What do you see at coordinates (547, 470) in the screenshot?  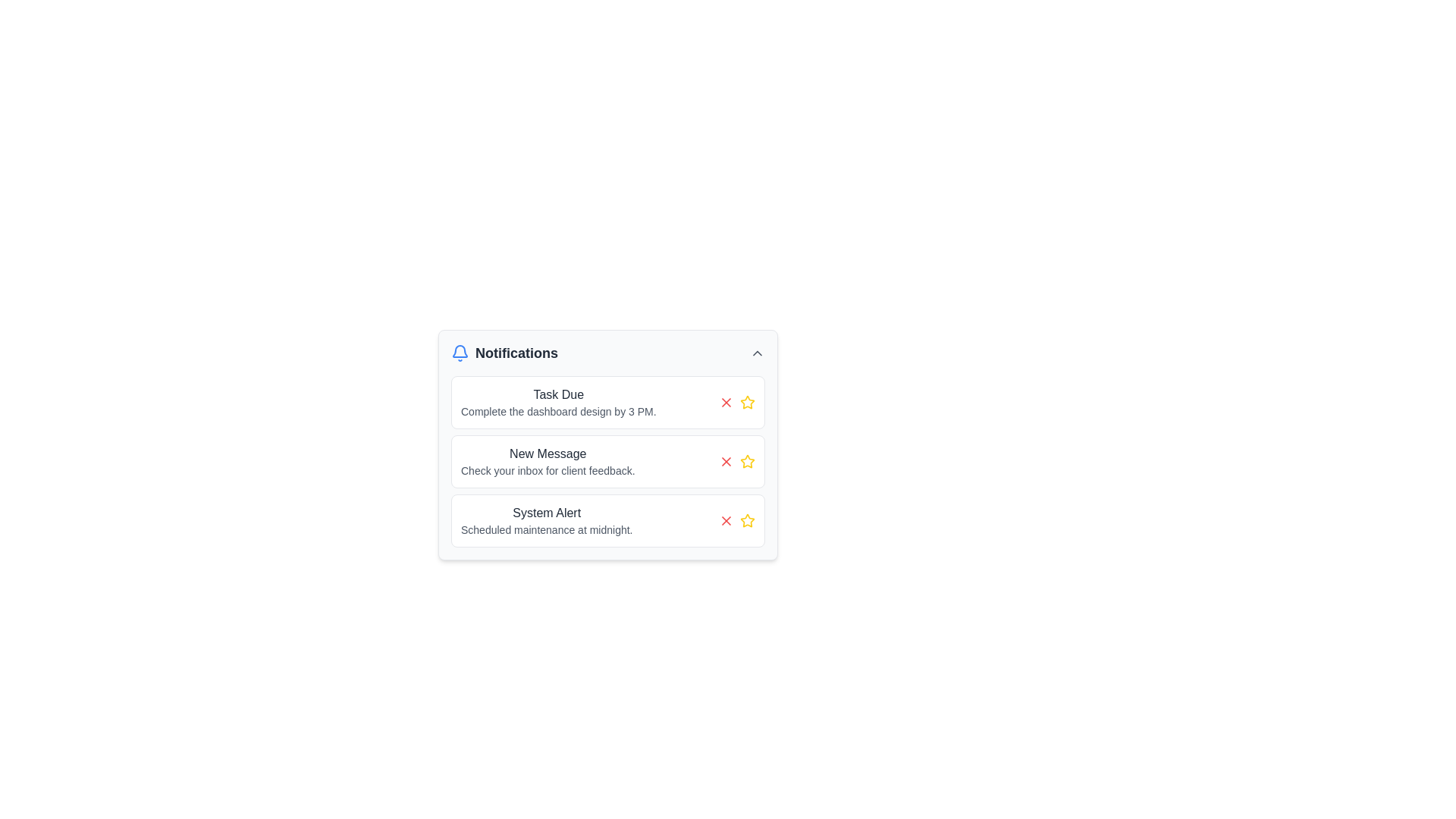 I see `text label displaying 'Check your inbox for client feedback.' which is styled in a small font size and subtle gray color, located below the 'New Message' title text in the notifications list` at bounding box center [547, 470].